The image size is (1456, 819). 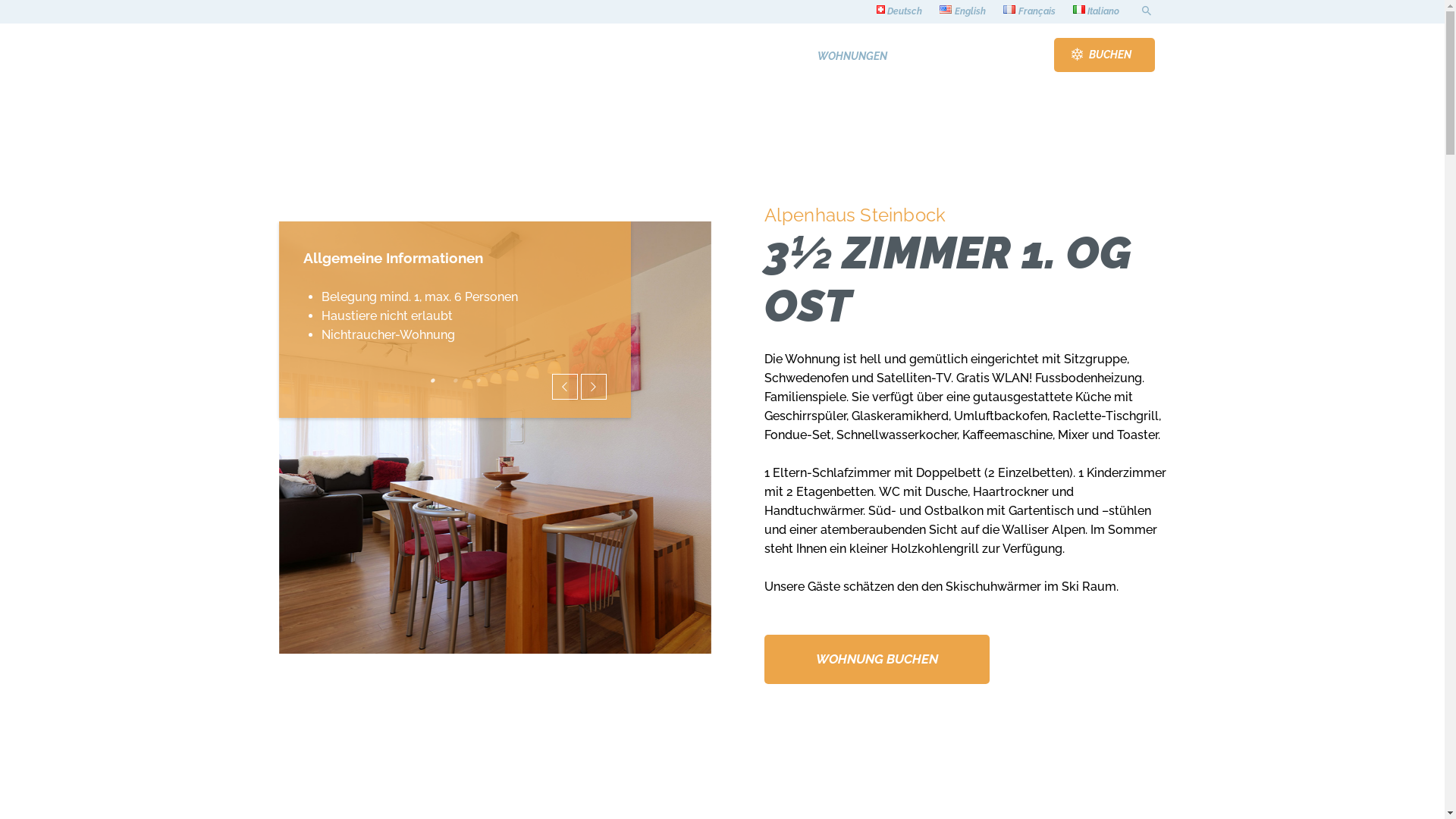 What do you see at coordinates (1078, 9) in the screenshot?
I see `'Italiano'` at bounding box center [1078, 9].